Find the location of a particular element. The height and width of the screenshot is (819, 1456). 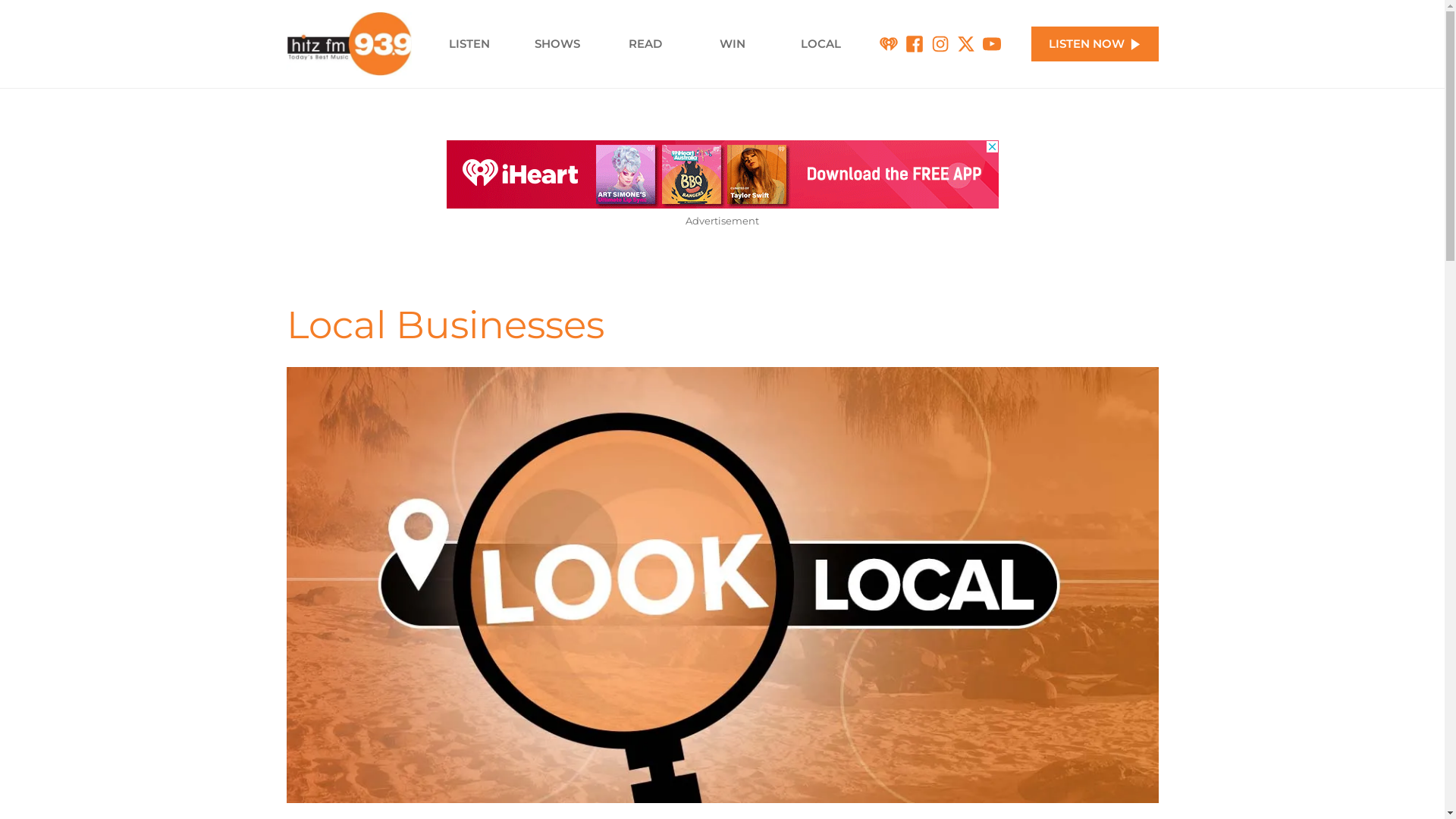

'READ' is located at coordinates (600, 42).